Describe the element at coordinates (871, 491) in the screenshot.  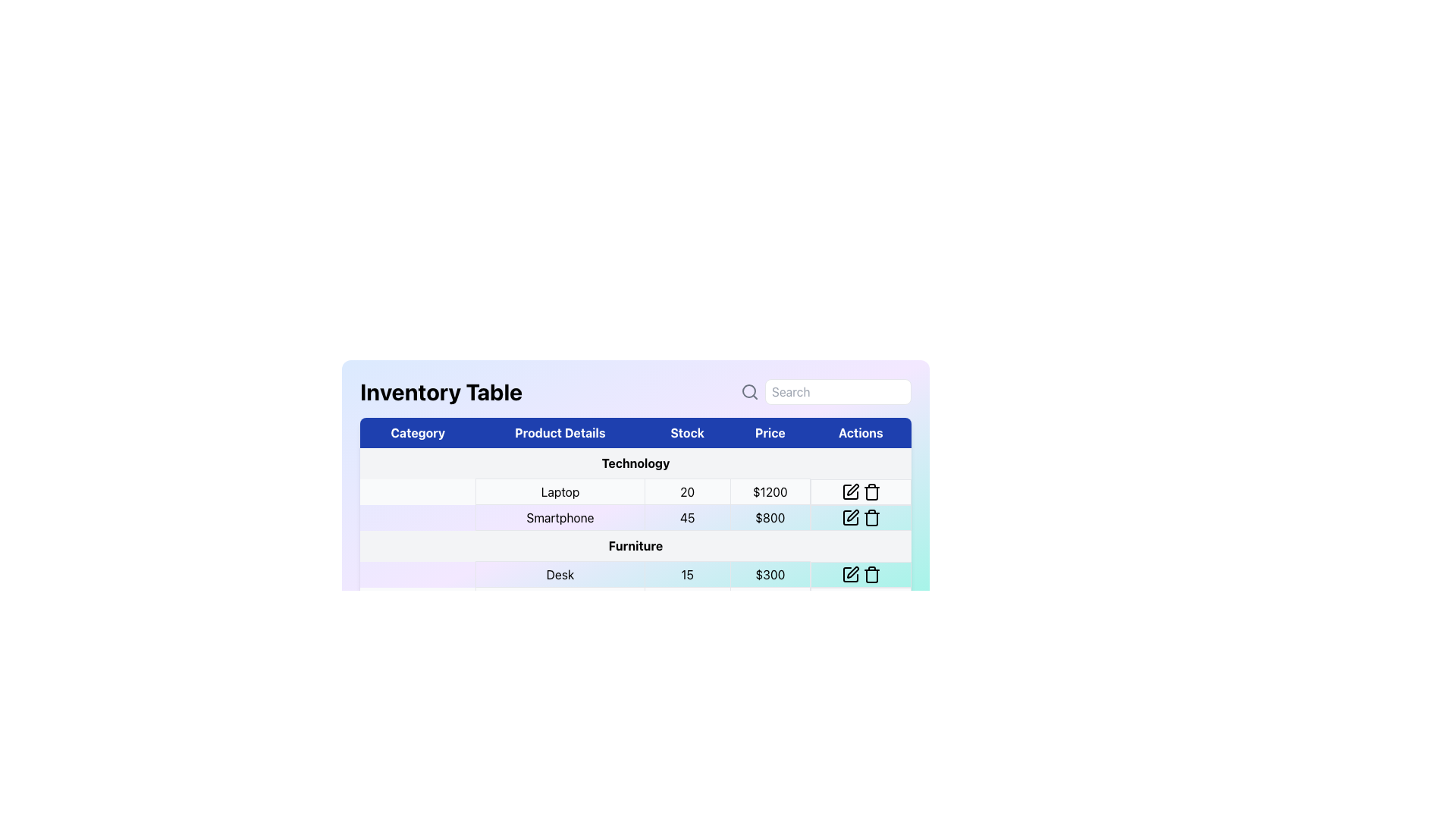
I see `the delete button in the 'Actions' column associated with the 'Laptop' product` at that location.